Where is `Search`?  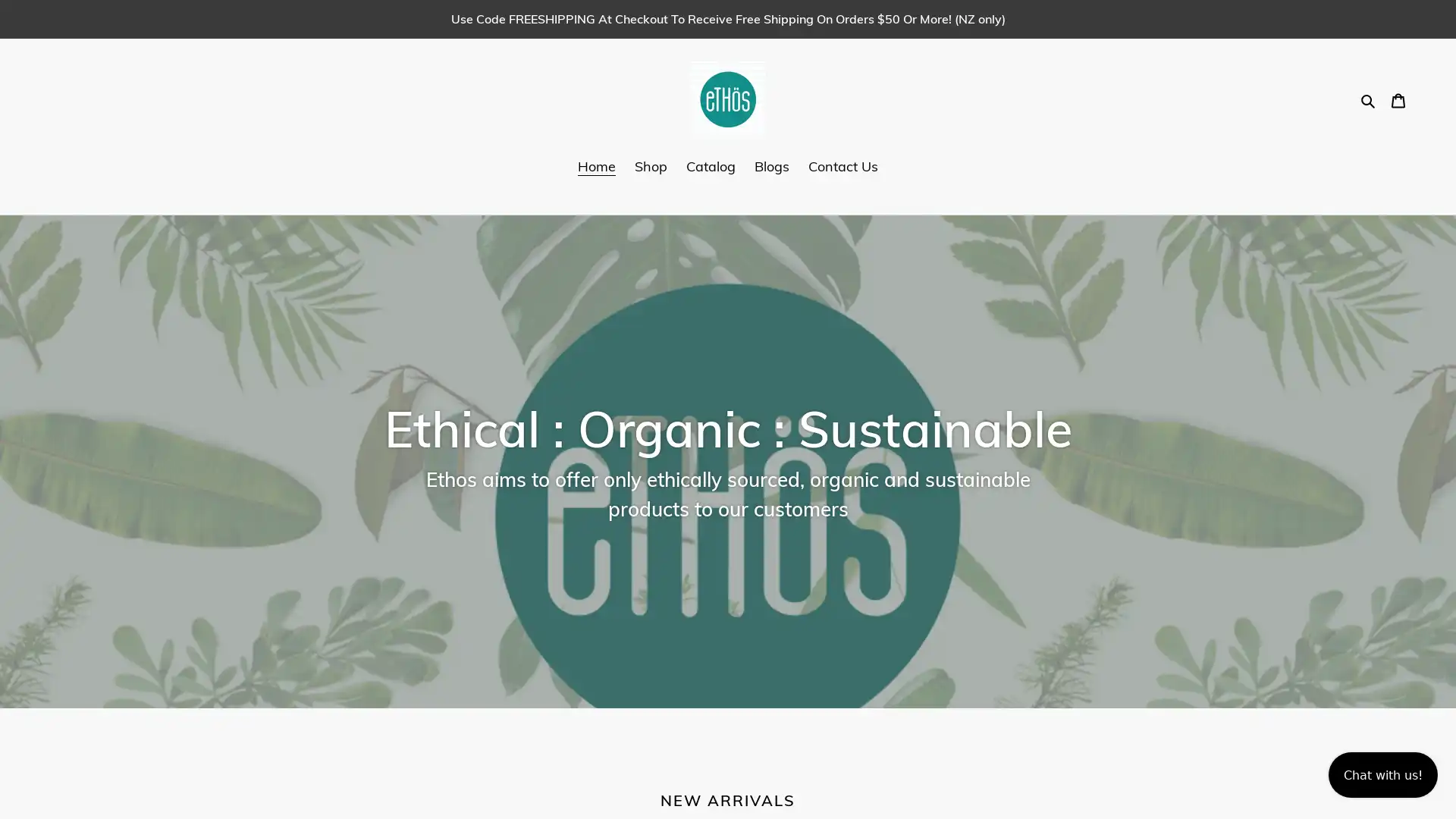 Search is located at coordinates (1368, 99).